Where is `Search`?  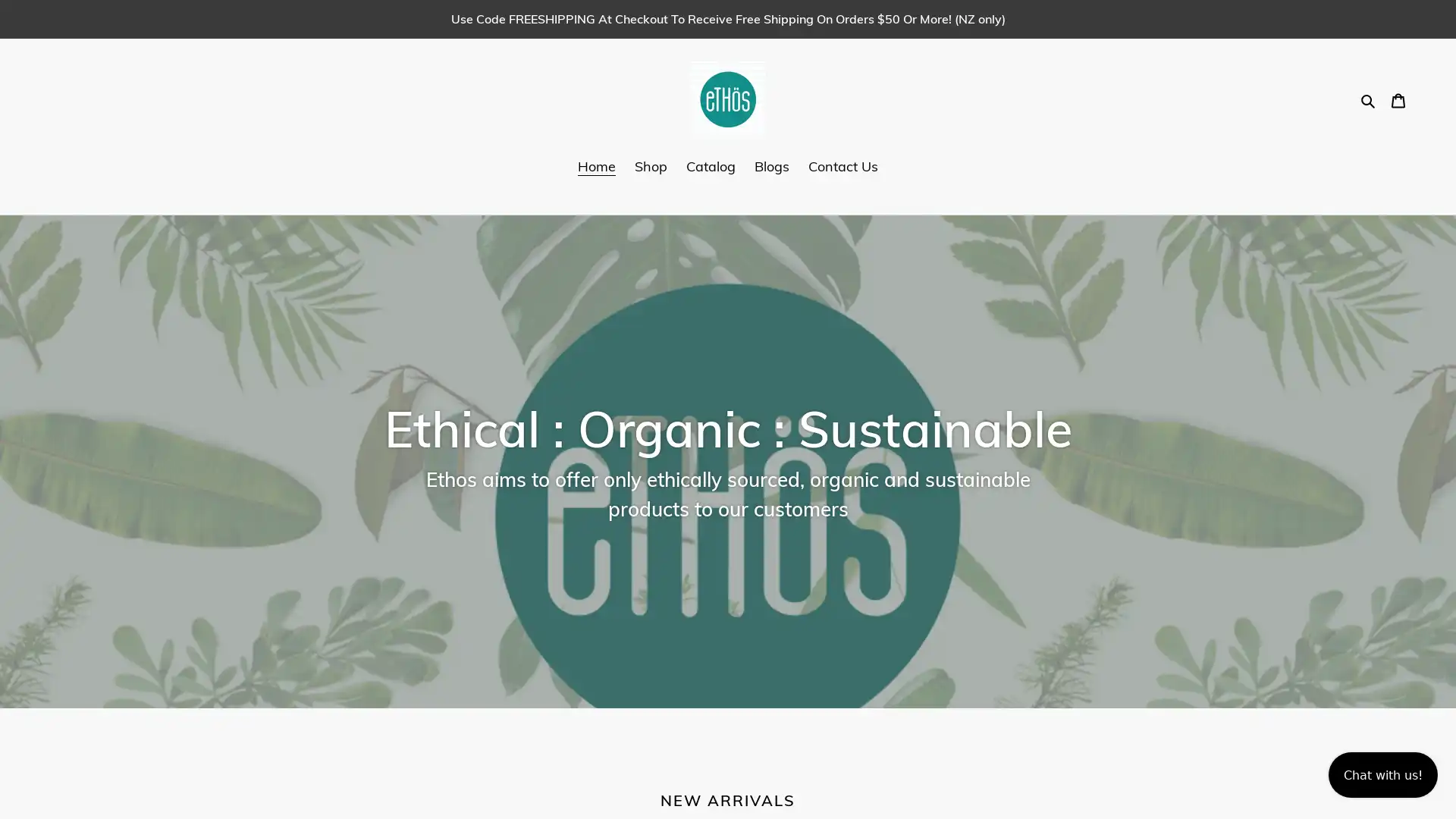 Search is located at coordinates (1368, 99).